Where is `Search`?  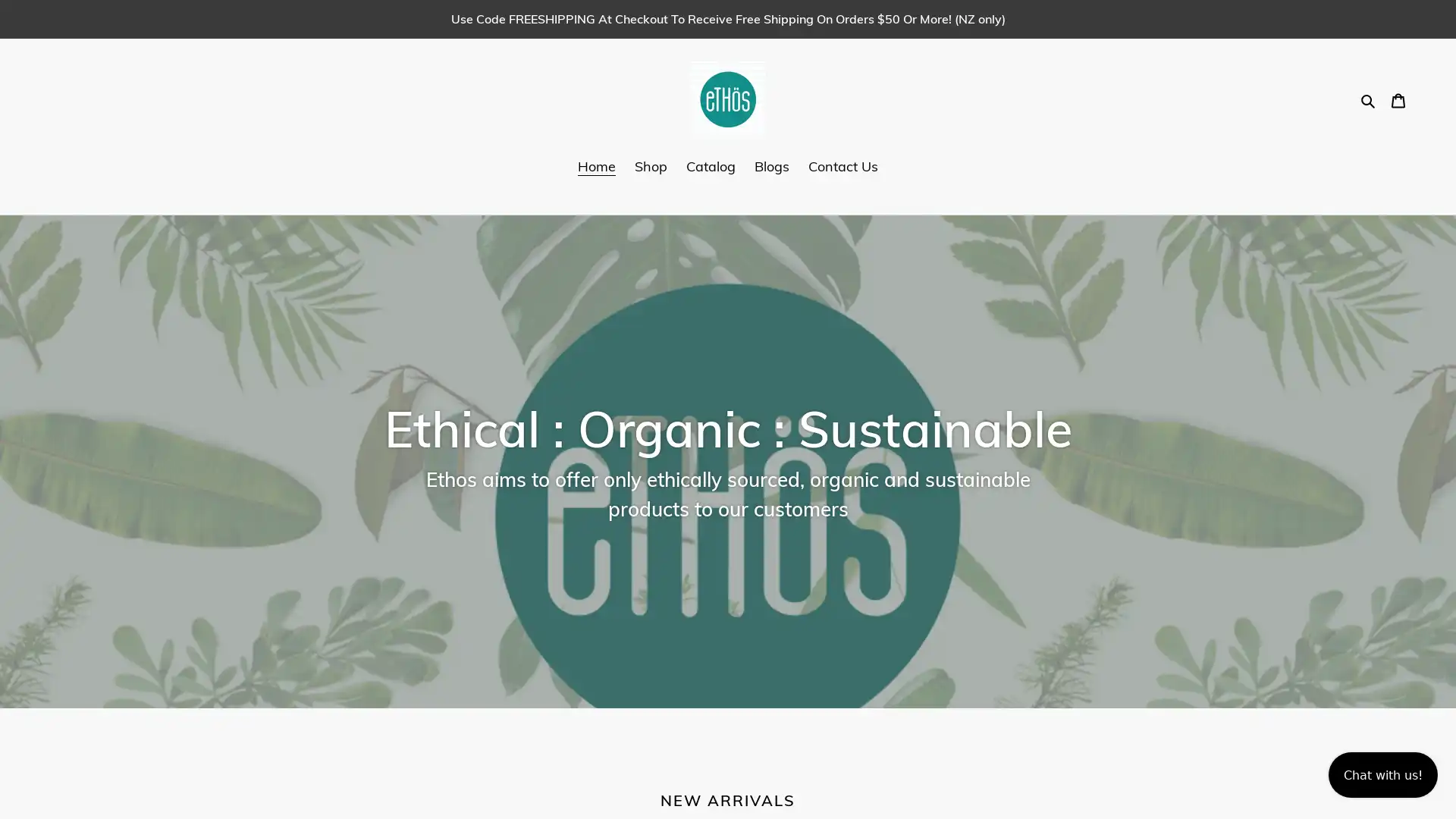 Search is located at coordinates (1368, 99).